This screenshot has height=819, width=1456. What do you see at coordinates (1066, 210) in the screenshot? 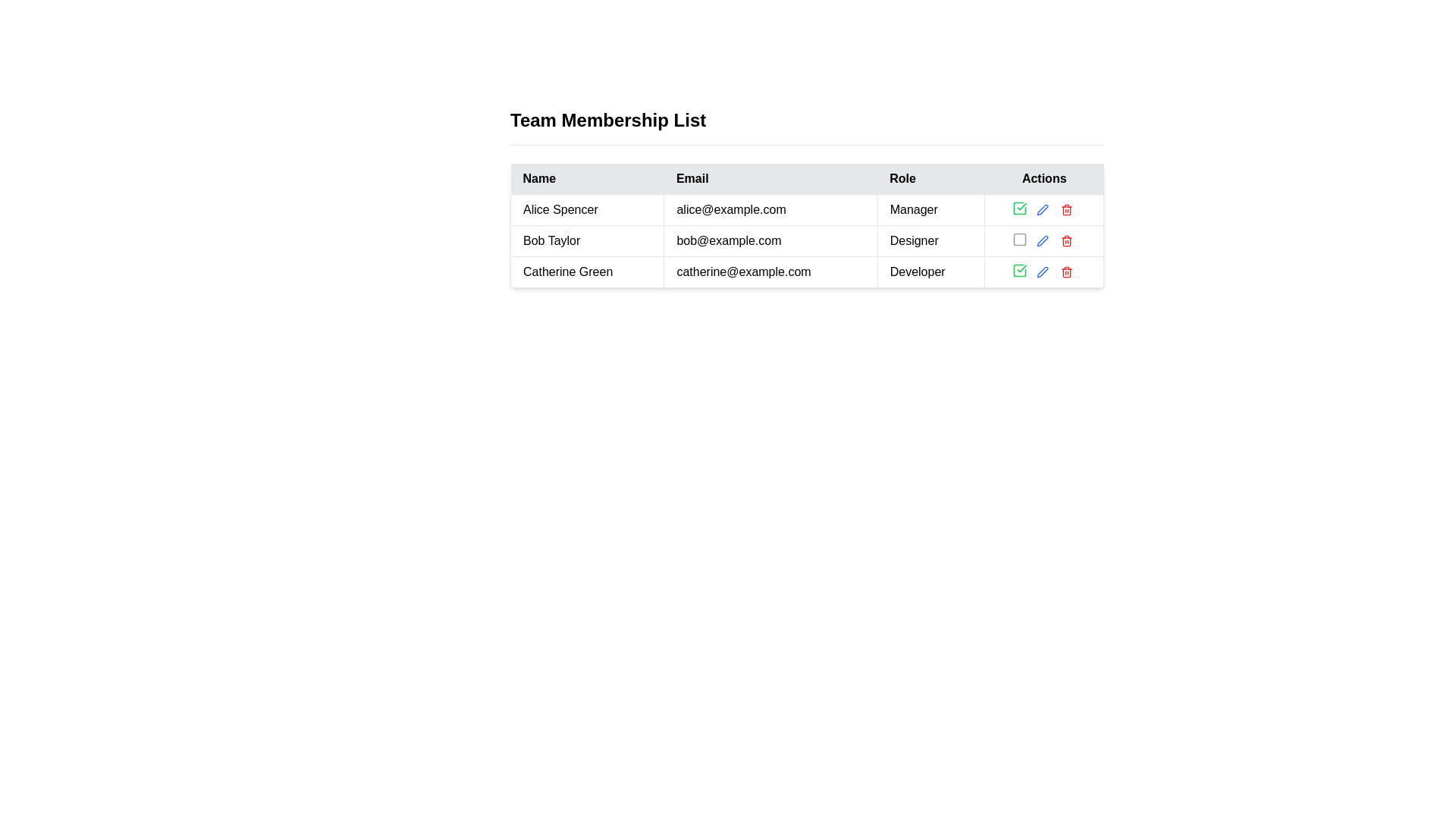
I see `the trash icon button in the 'Actions' column of the first row, which is aligned with 'Alice Spencer'` at bounding box center [1066, 210].